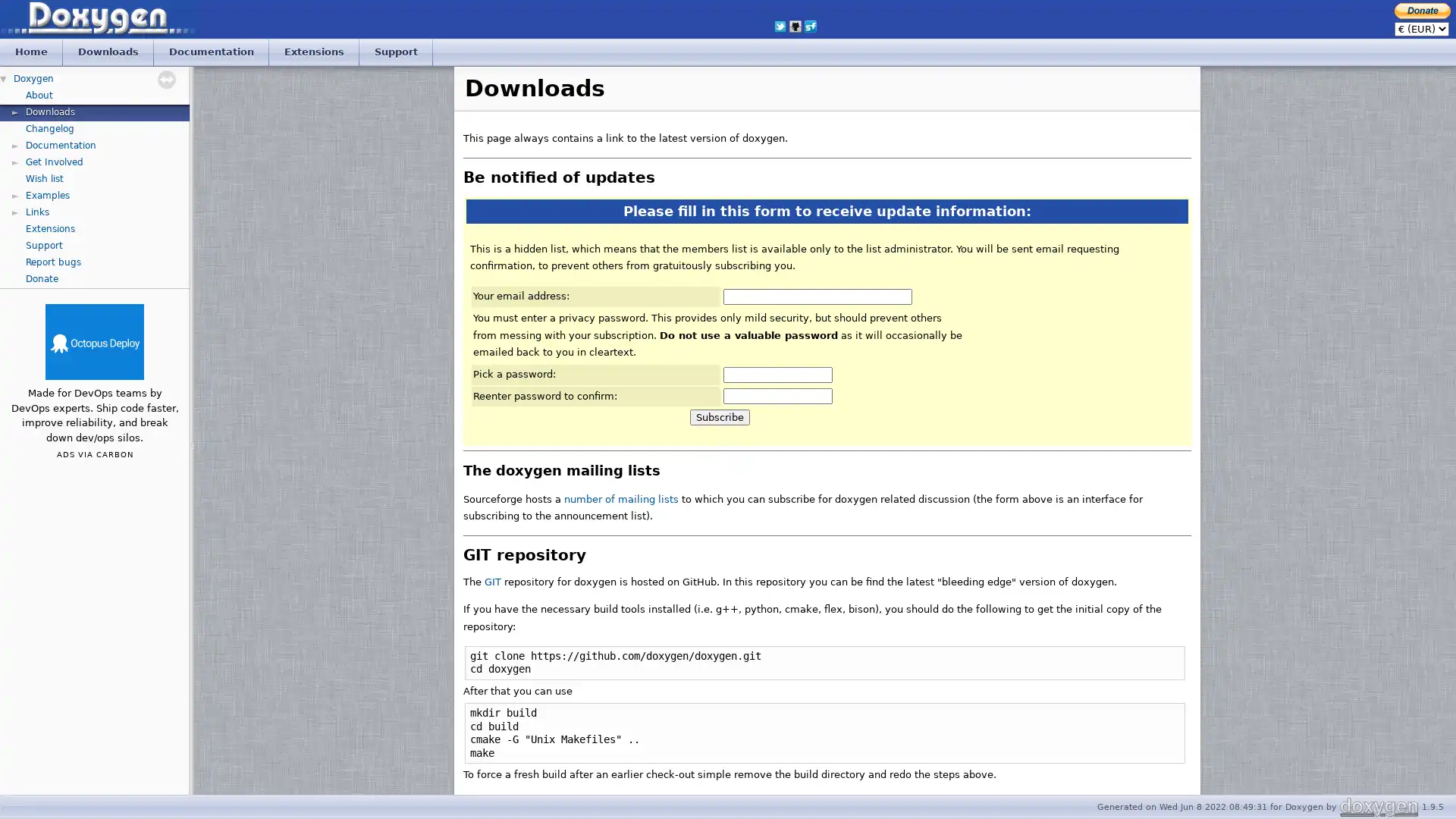  I want to click on Subscribe, so click(719, 417).